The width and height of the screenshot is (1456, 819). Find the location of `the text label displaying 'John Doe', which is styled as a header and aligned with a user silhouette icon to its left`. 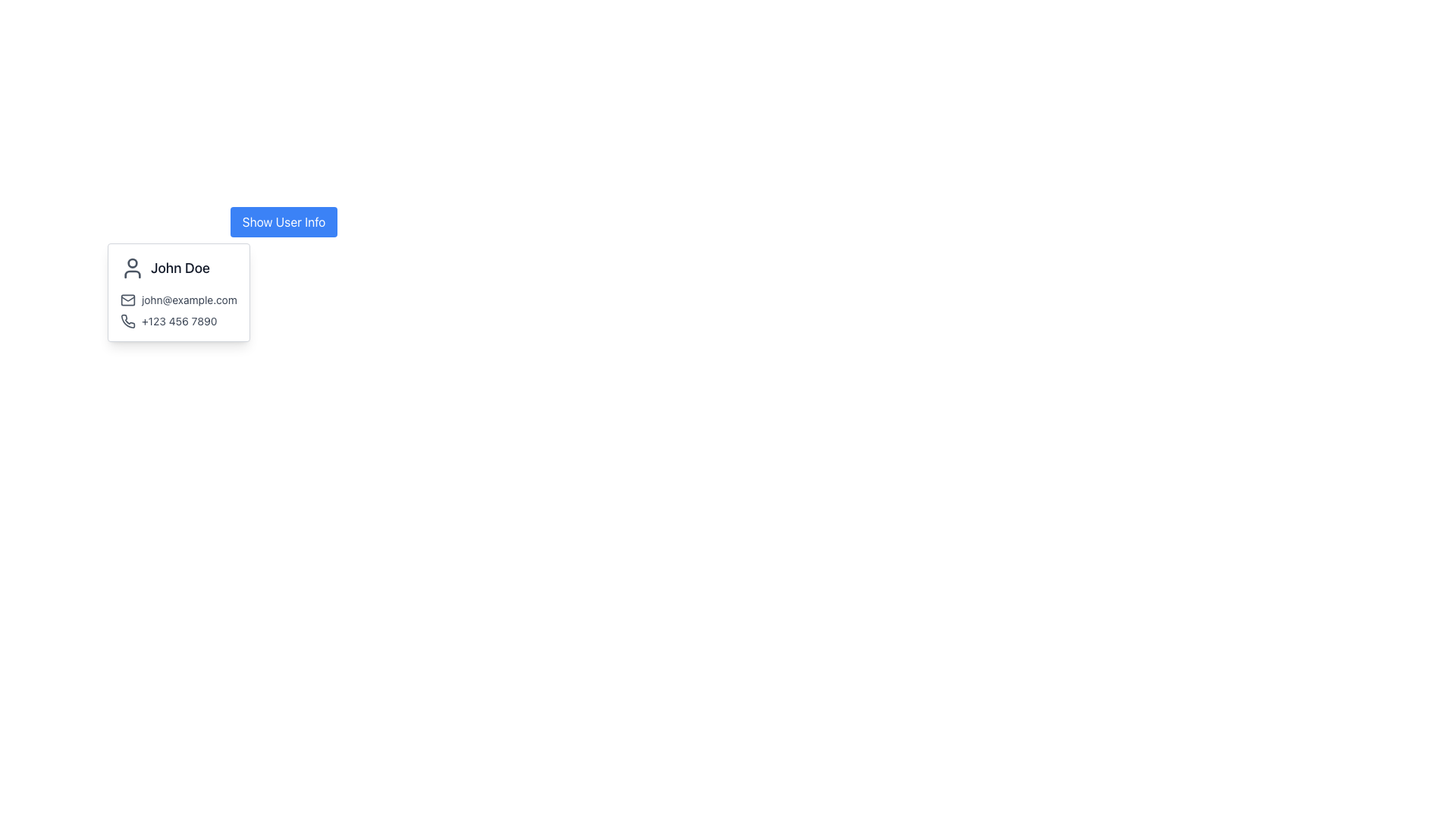

the text label displaying 'John Doe', which is styled as a header and aligned with a user silhouette icon to its left is located at coordinates (178, 268).